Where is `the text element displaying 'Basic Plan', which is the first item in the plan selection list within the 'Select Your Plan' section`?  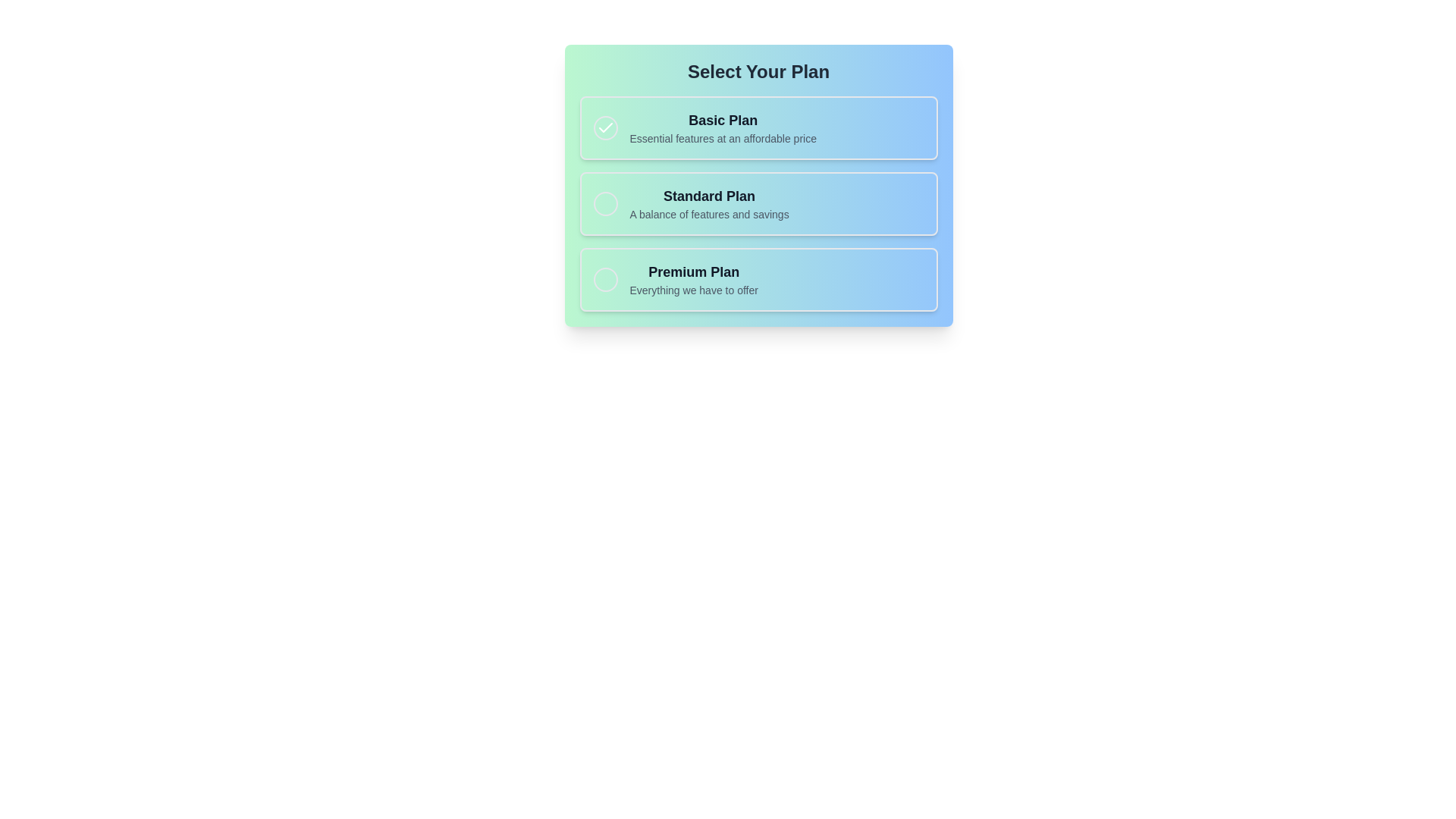
the text element displaying 'Basic Plan', which is the first item in the plan selection list within the 'Select Your Plan' section is located at coordinates (722, 119).